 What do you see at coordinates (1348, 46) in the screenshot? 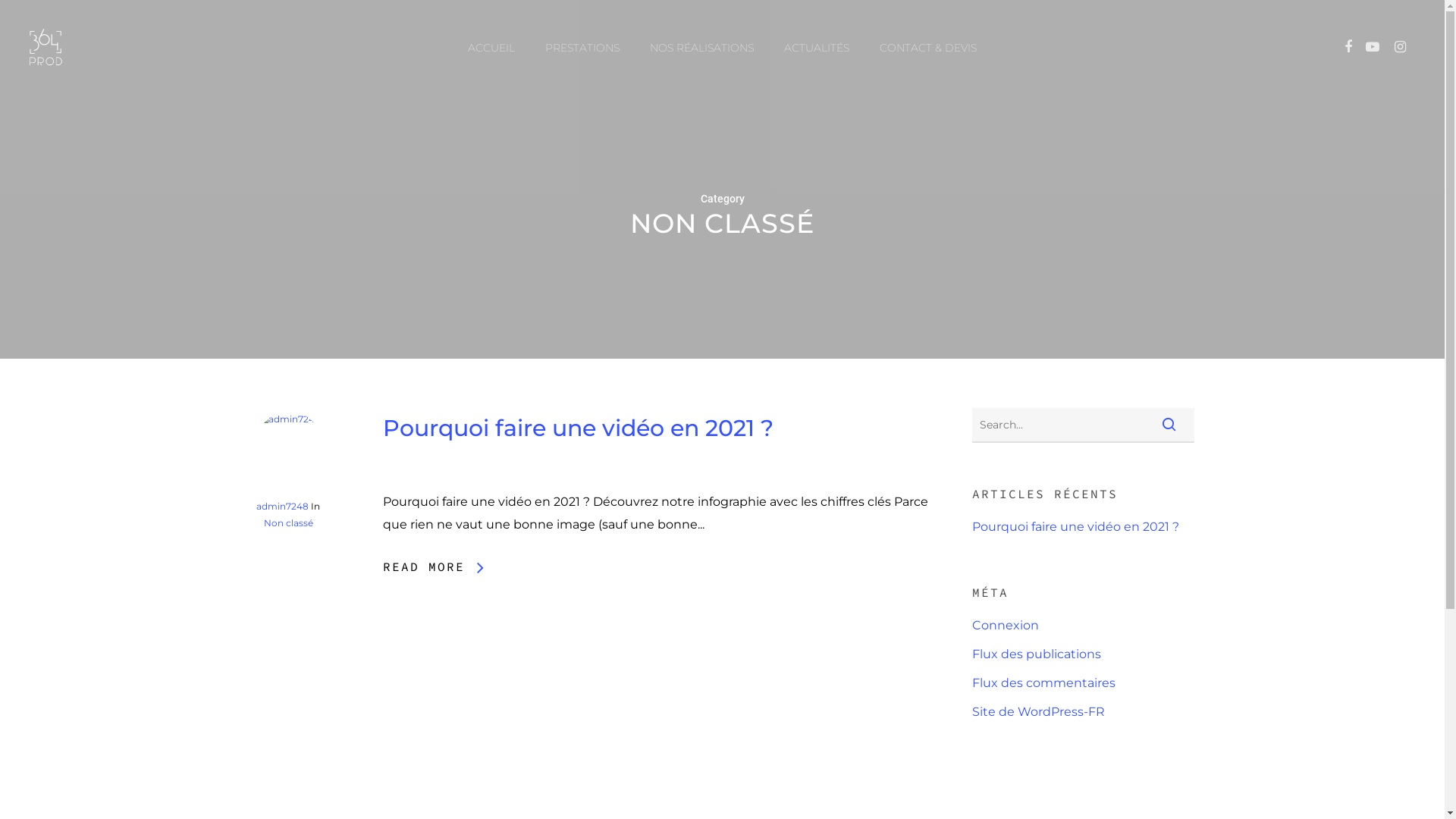
I see `'FACEBOOK'` at bounding box center [1348, 46].